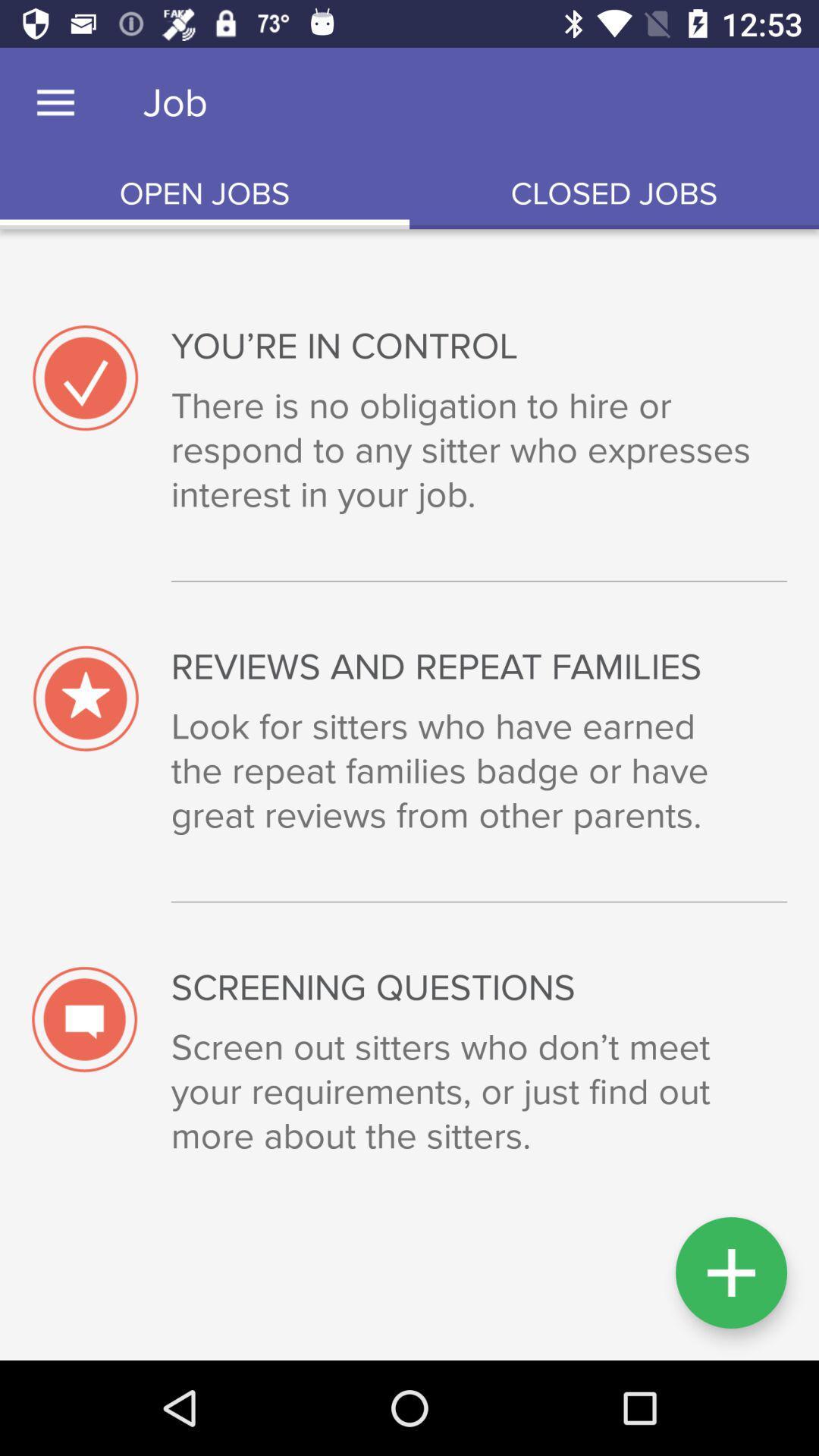 The image size is (819, 1456). What do you see at coordinates (205, 193) in the screenshot?
I see `the open jobs` at bounding box center [205, 193].